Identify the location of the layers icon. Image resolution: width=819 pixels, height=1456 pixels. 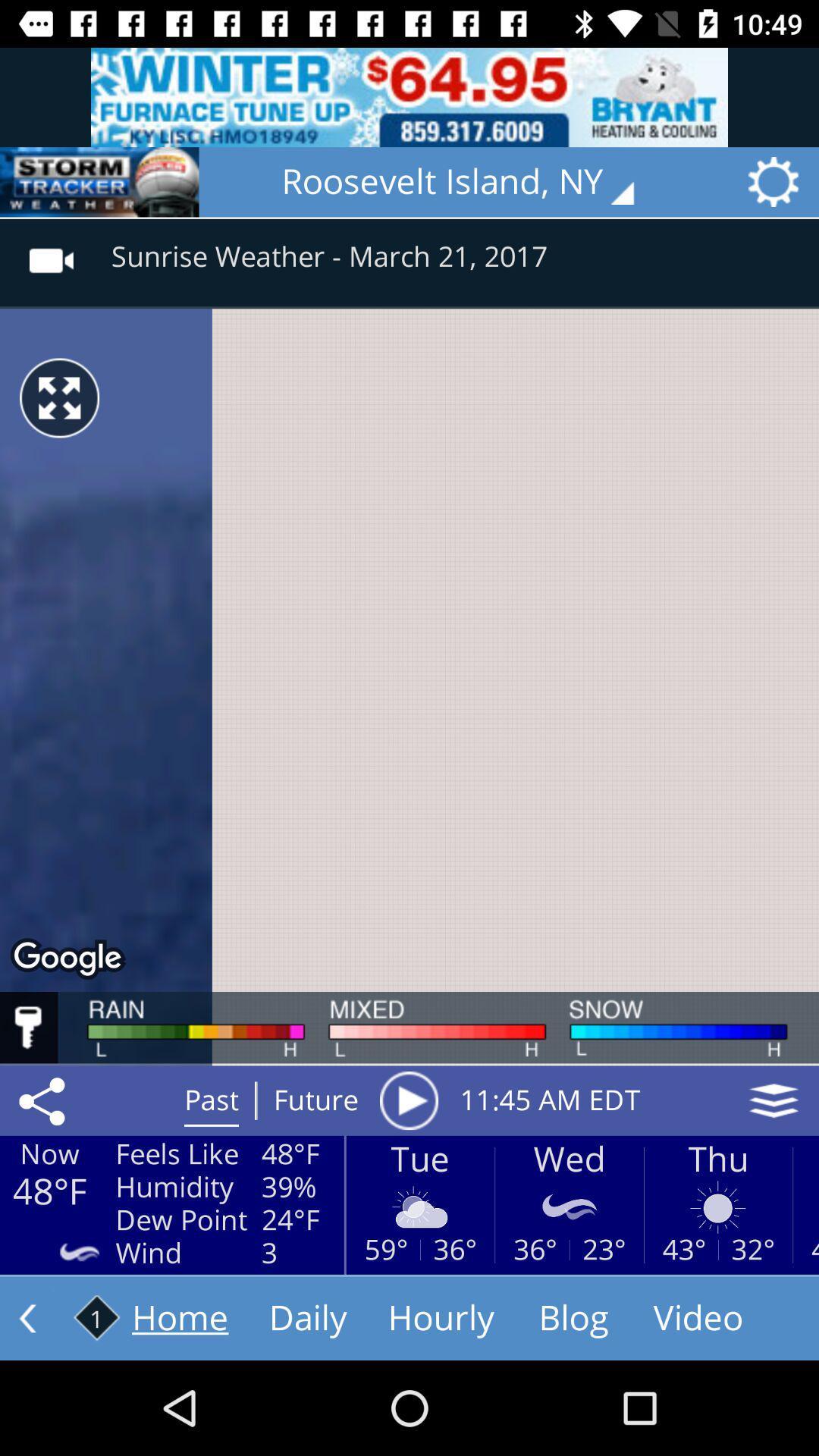
(773, 1100).